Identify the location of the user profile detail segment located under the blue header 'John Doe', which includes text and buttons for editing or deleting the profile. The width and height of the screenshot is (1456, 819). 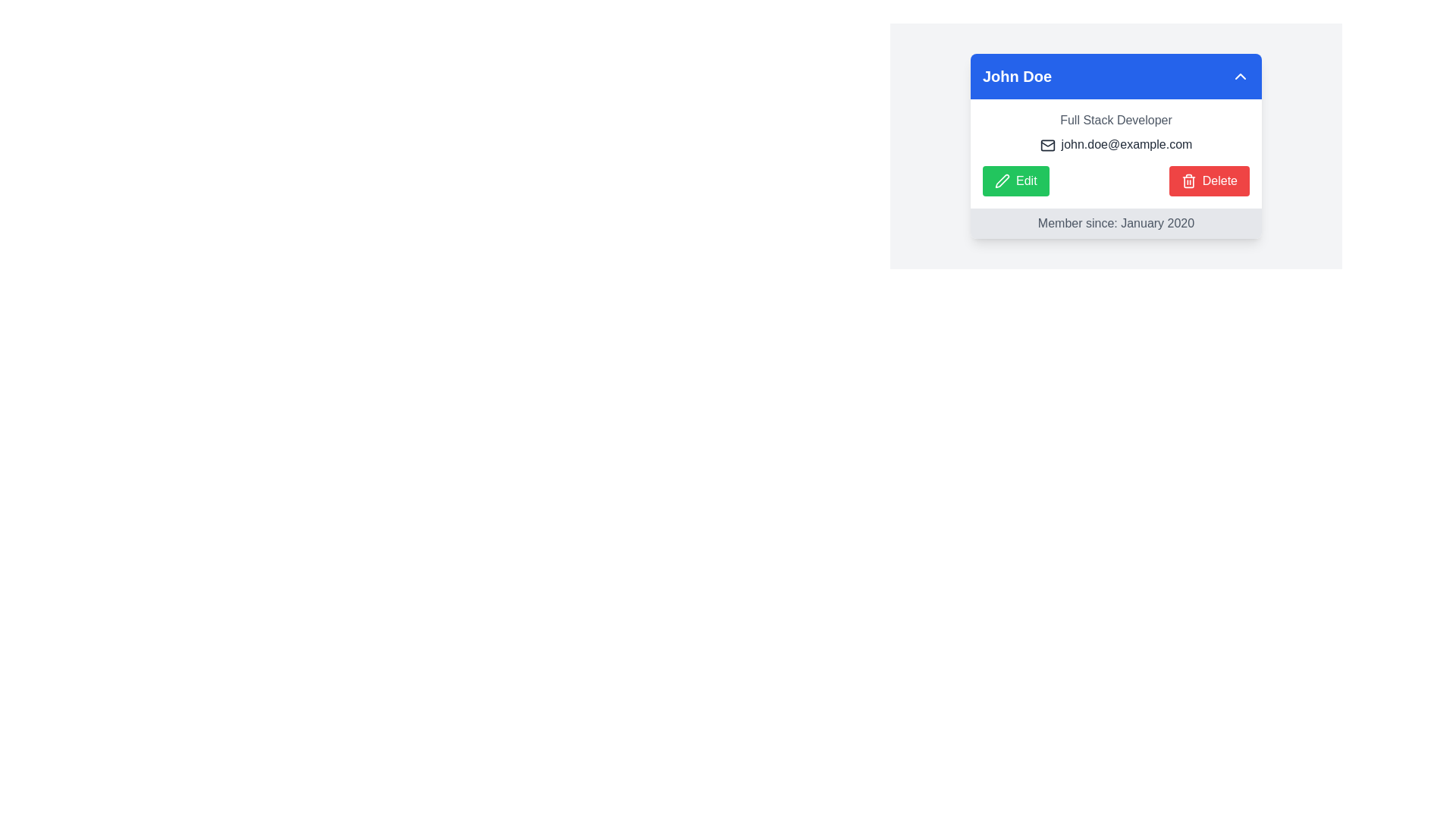
(1116, 154).